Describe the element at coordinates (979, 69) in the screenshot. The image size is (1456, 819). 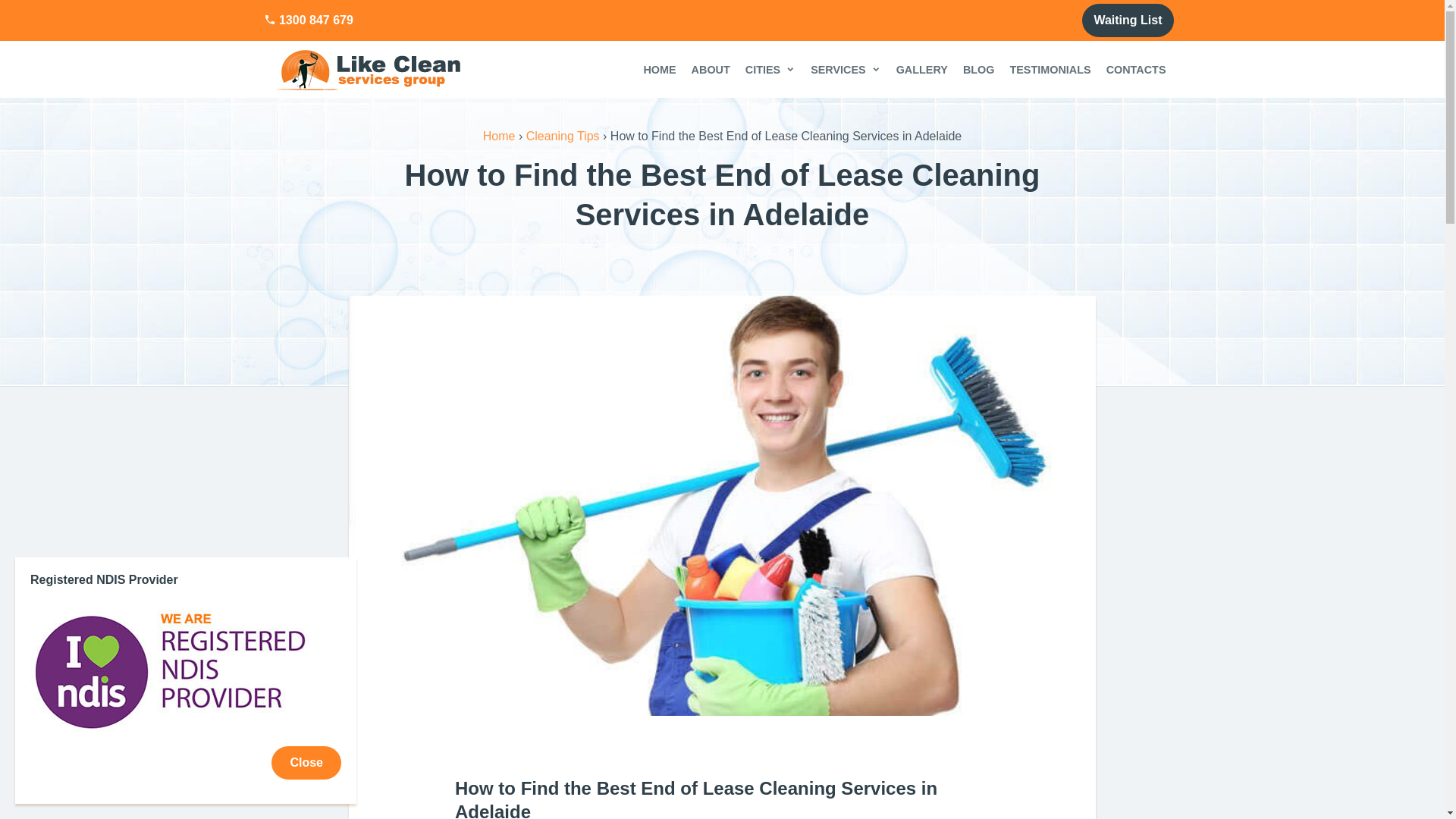
I see `'BLOG'` at that location.